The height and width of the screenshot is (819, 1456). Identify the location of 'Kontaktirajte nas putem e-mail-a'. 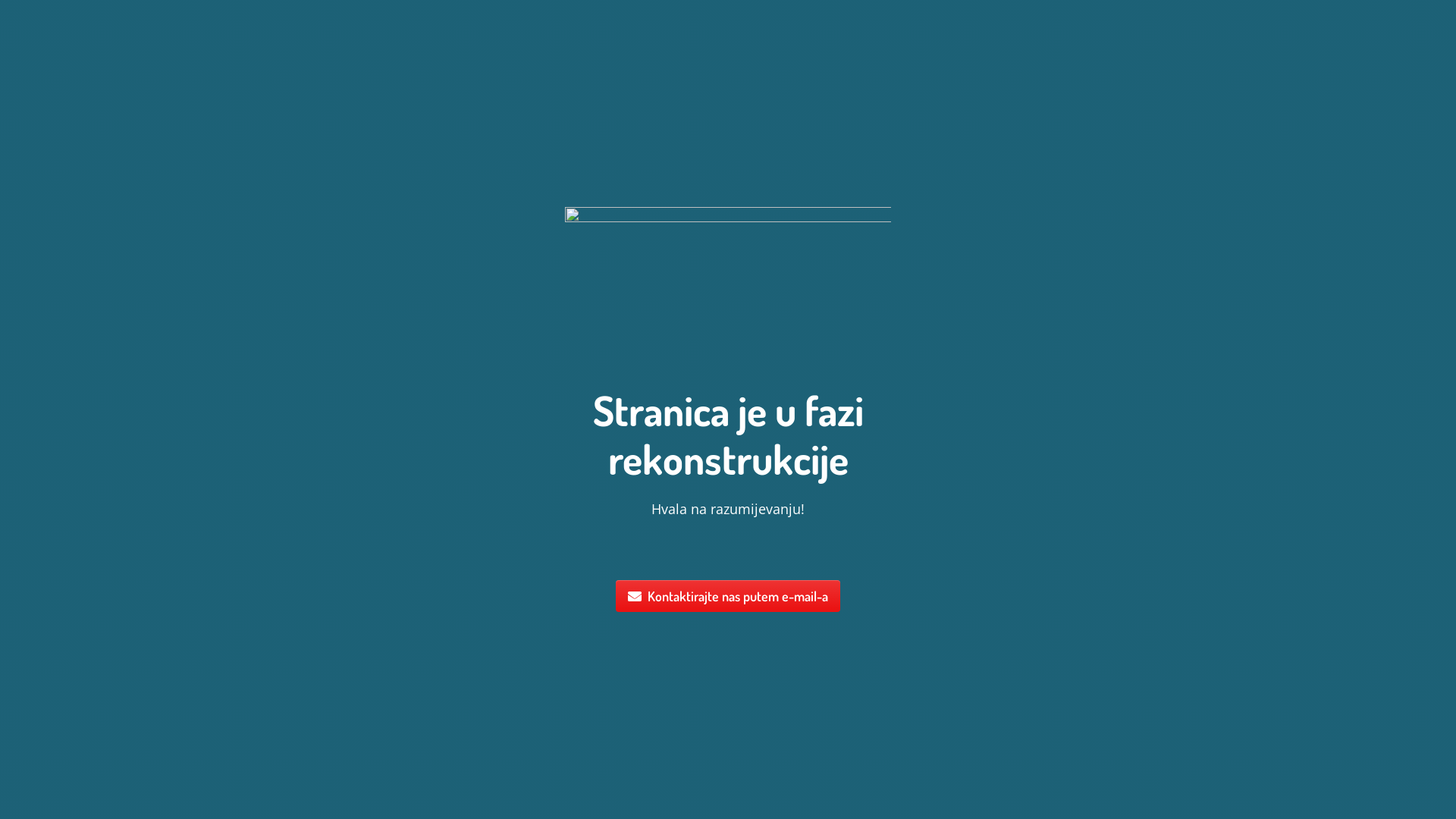
(728, 595).